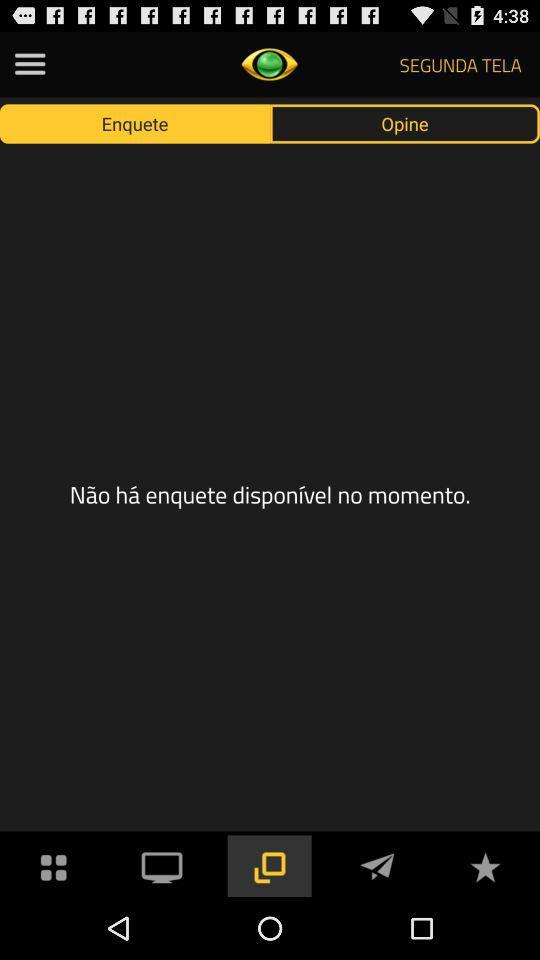 The image size is (540, 960). I want to click on different sections, so click(29, 64).